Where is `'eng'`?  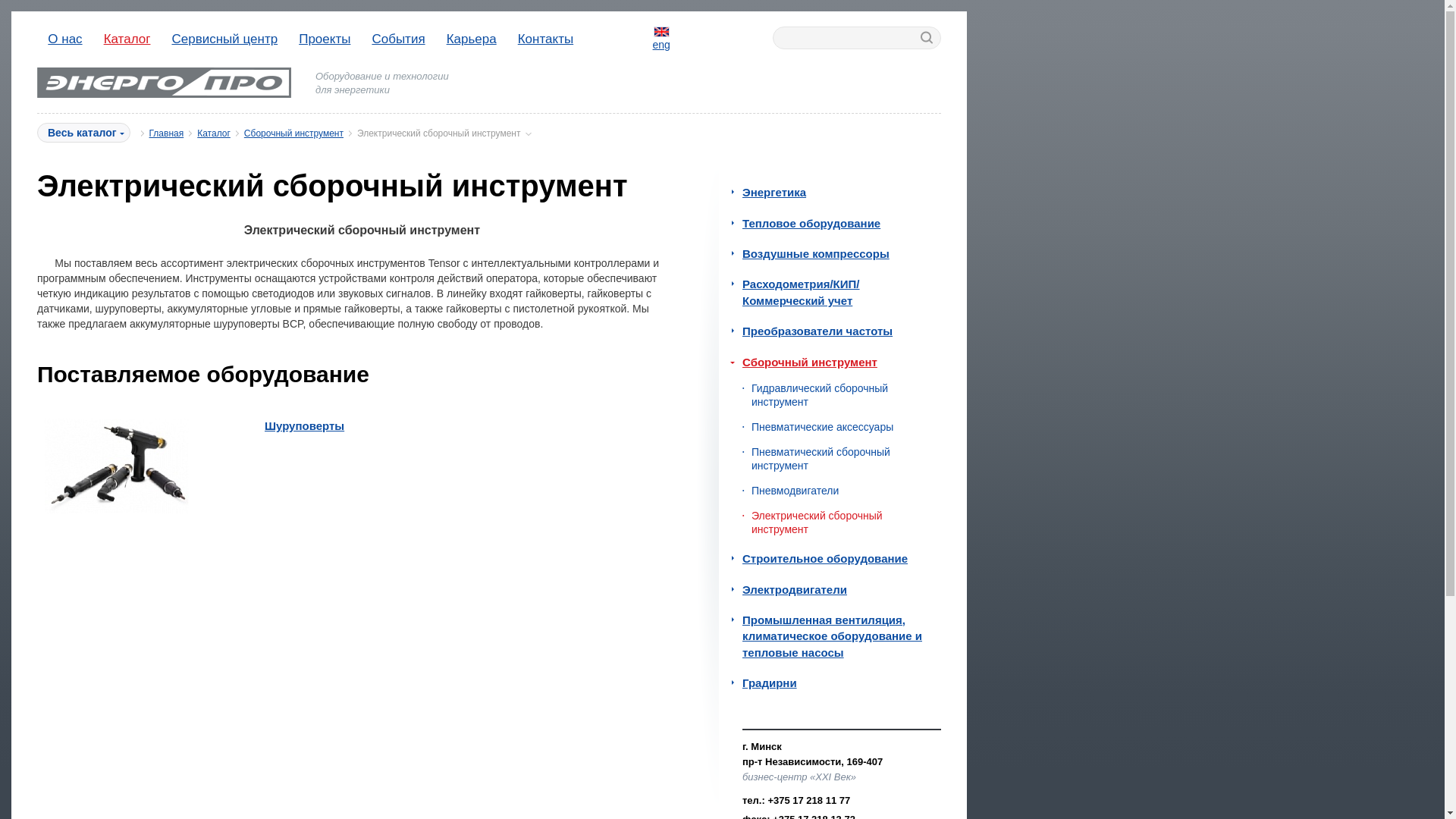 'eng' is located at coordinates (661, 37).